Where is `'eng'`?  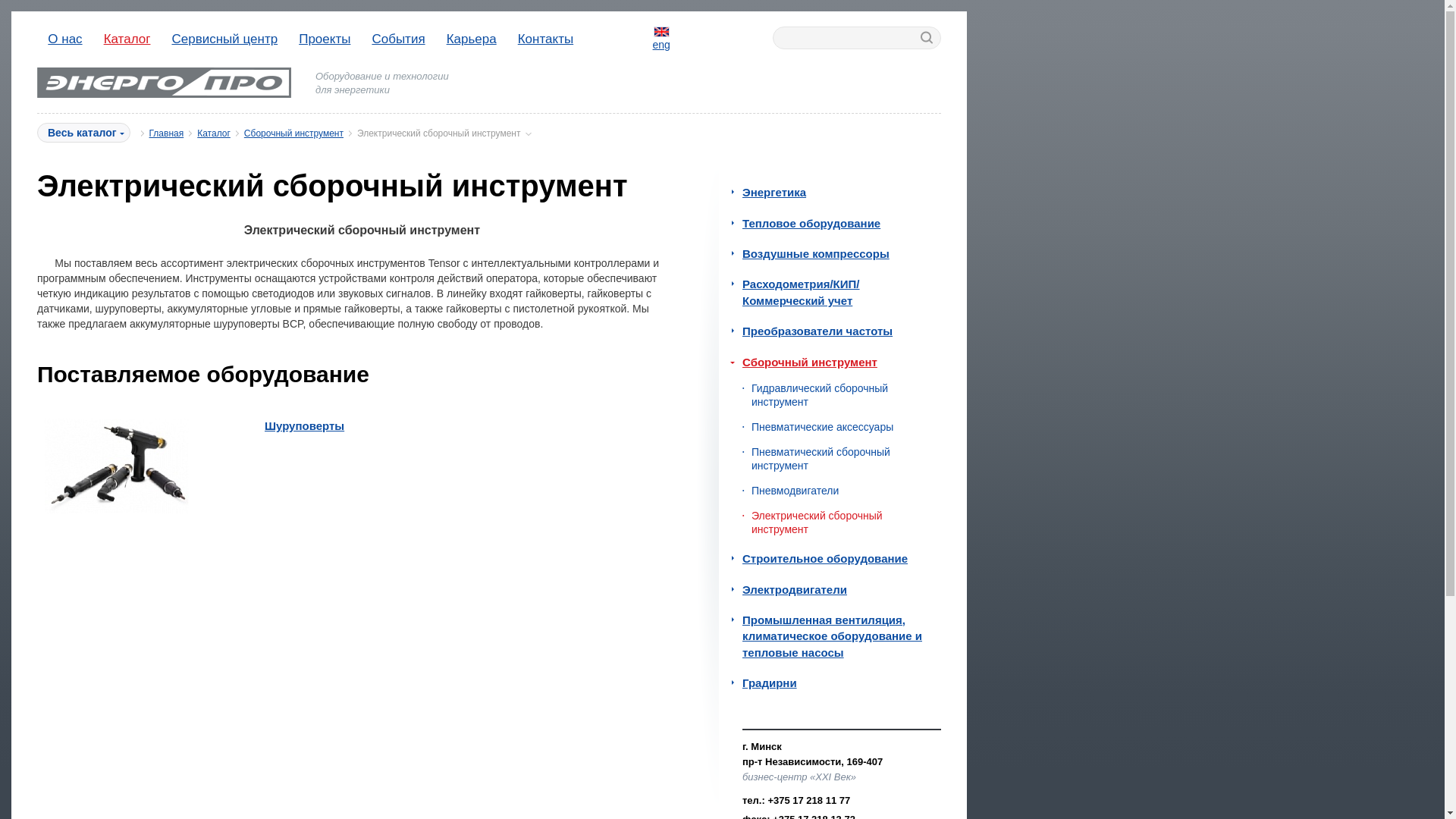 'eng' is located at coordinates (661, 37).